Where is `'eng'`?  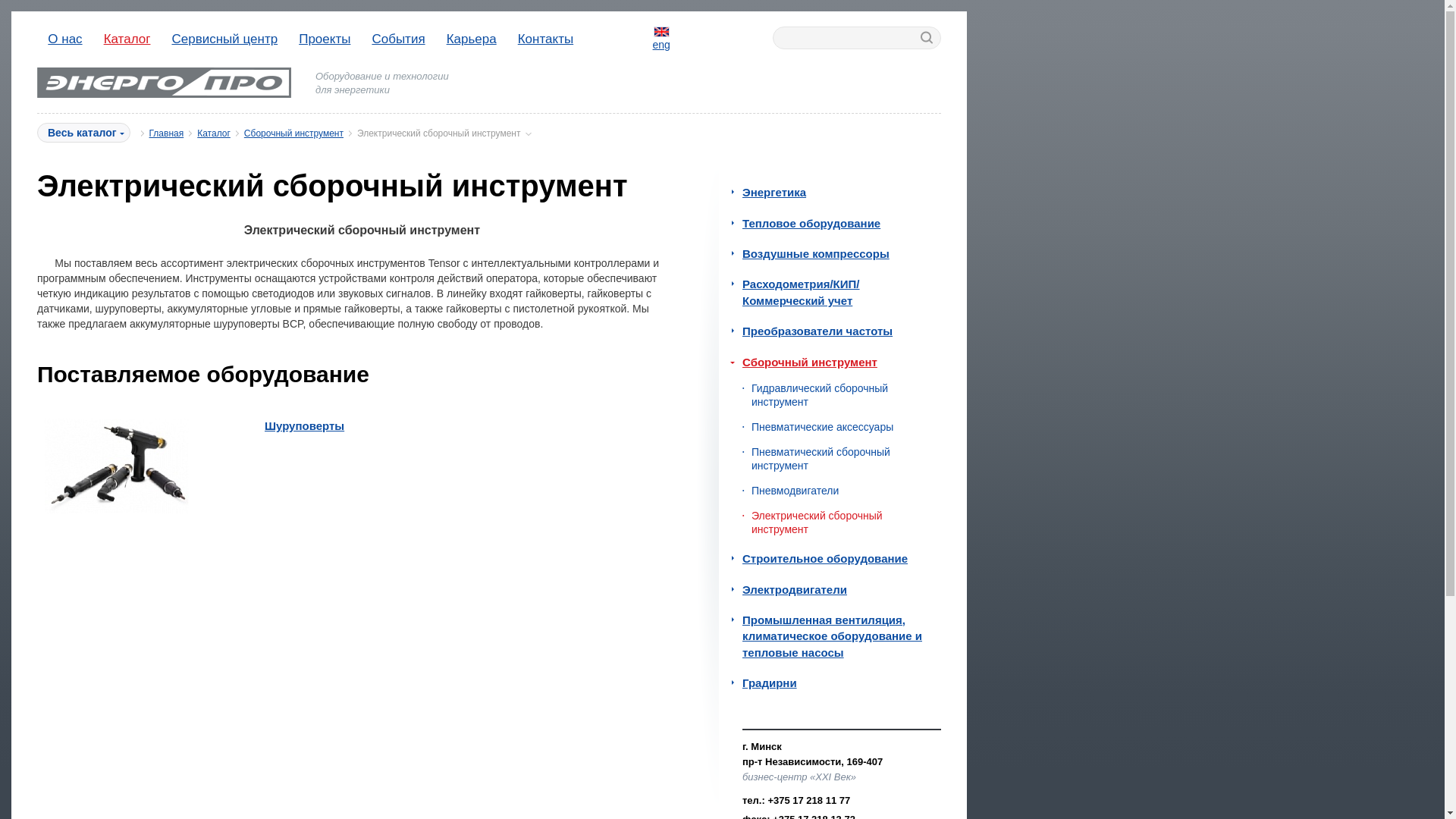 'eng' is located at coordinates (661, 37).